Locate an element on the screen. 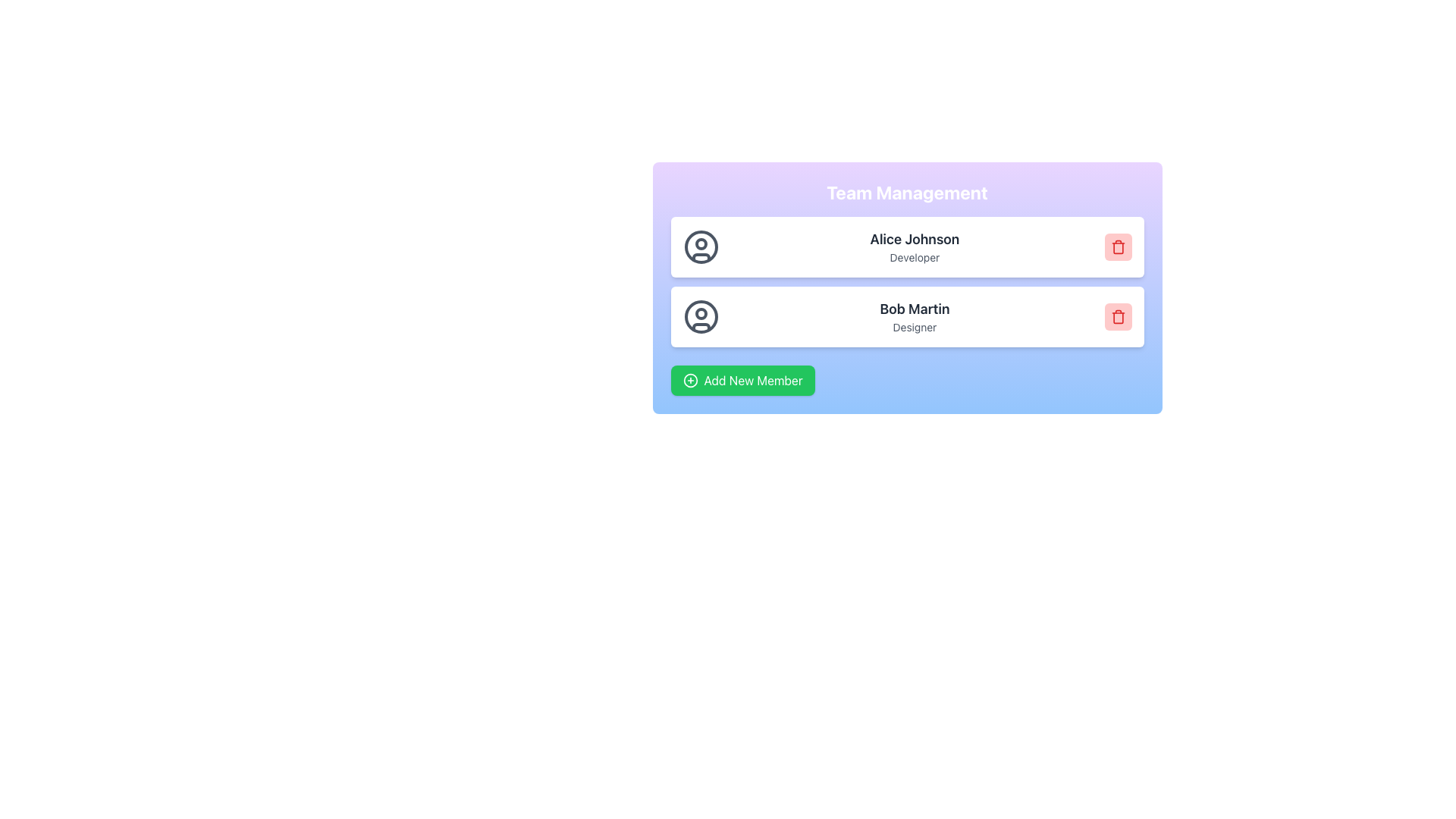 This screenshot has width=1456, height=819. the delete button with a light red background and a trash can icon located in the top-right corner of the card for 'Alice Johnson, Developer' is located at coordinates (1118, 246).